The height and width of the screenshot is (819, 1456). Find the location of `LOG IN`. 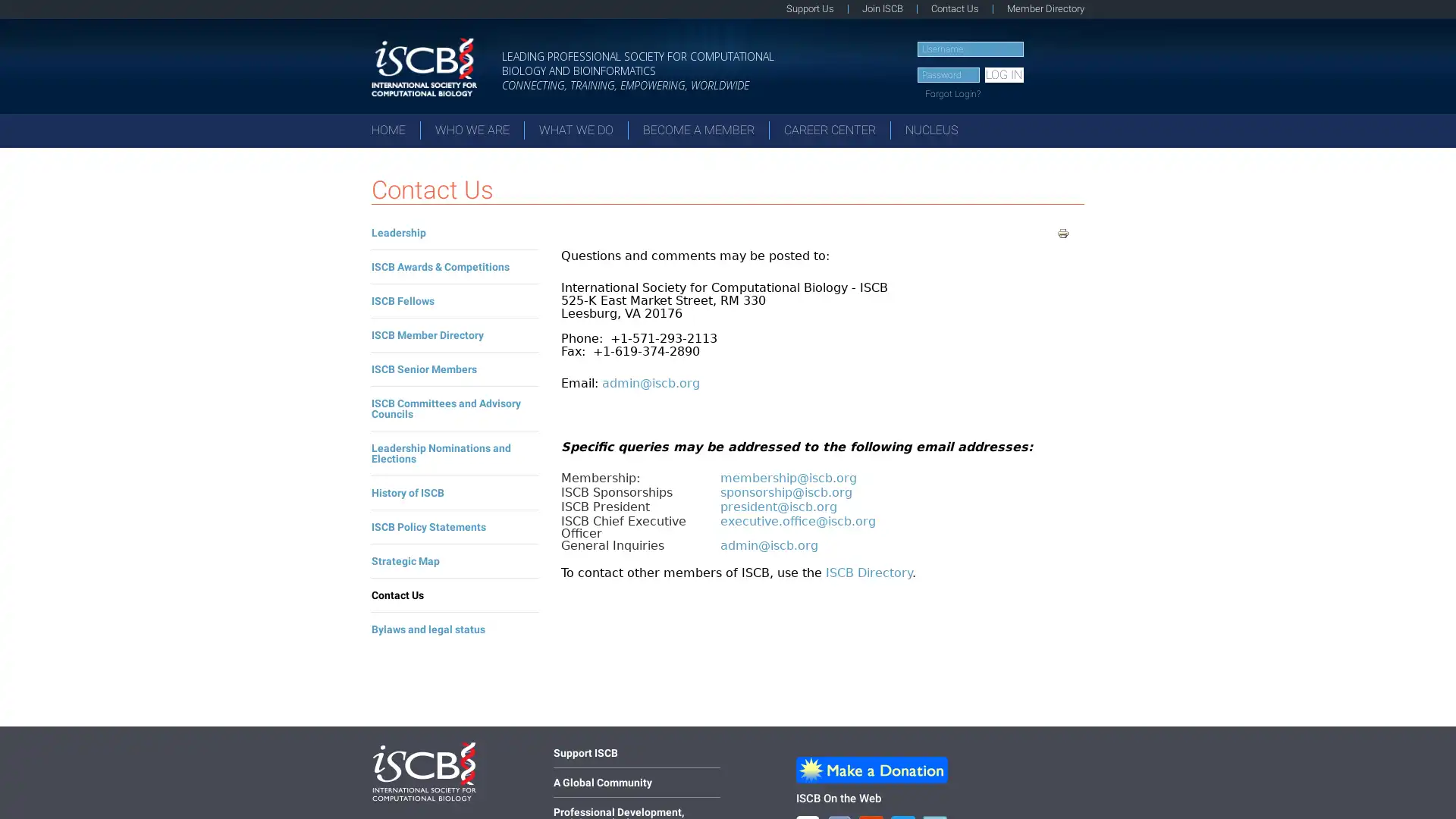

LOG IN is located at coordinates (1003, 75).